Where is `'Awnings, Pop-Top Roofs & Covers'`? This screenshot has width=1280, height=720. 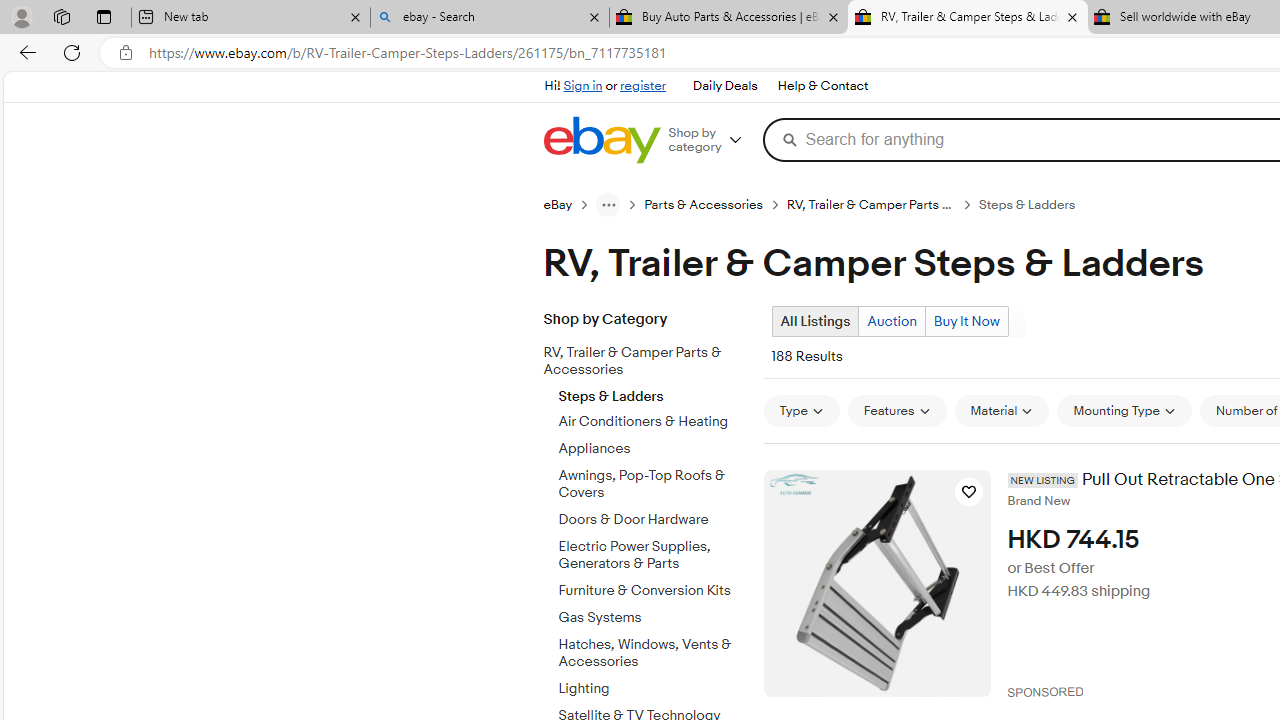 'Awnings, Pop-Top Roofs & Covers' is located at coordinates (653, 485).